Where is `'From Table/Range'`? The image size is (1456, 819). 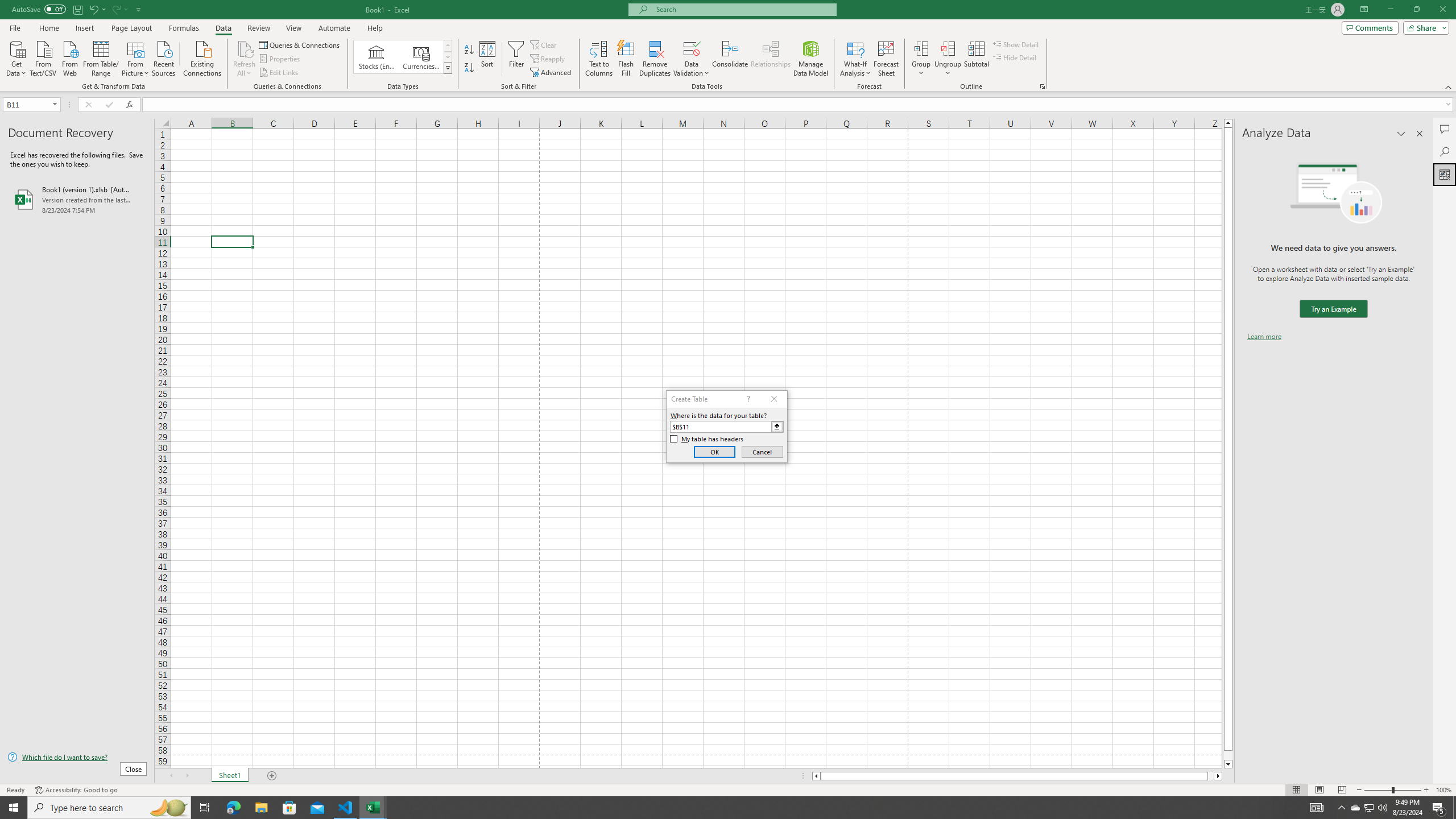 'From Table/Range' is located at coordinates (100, 57).